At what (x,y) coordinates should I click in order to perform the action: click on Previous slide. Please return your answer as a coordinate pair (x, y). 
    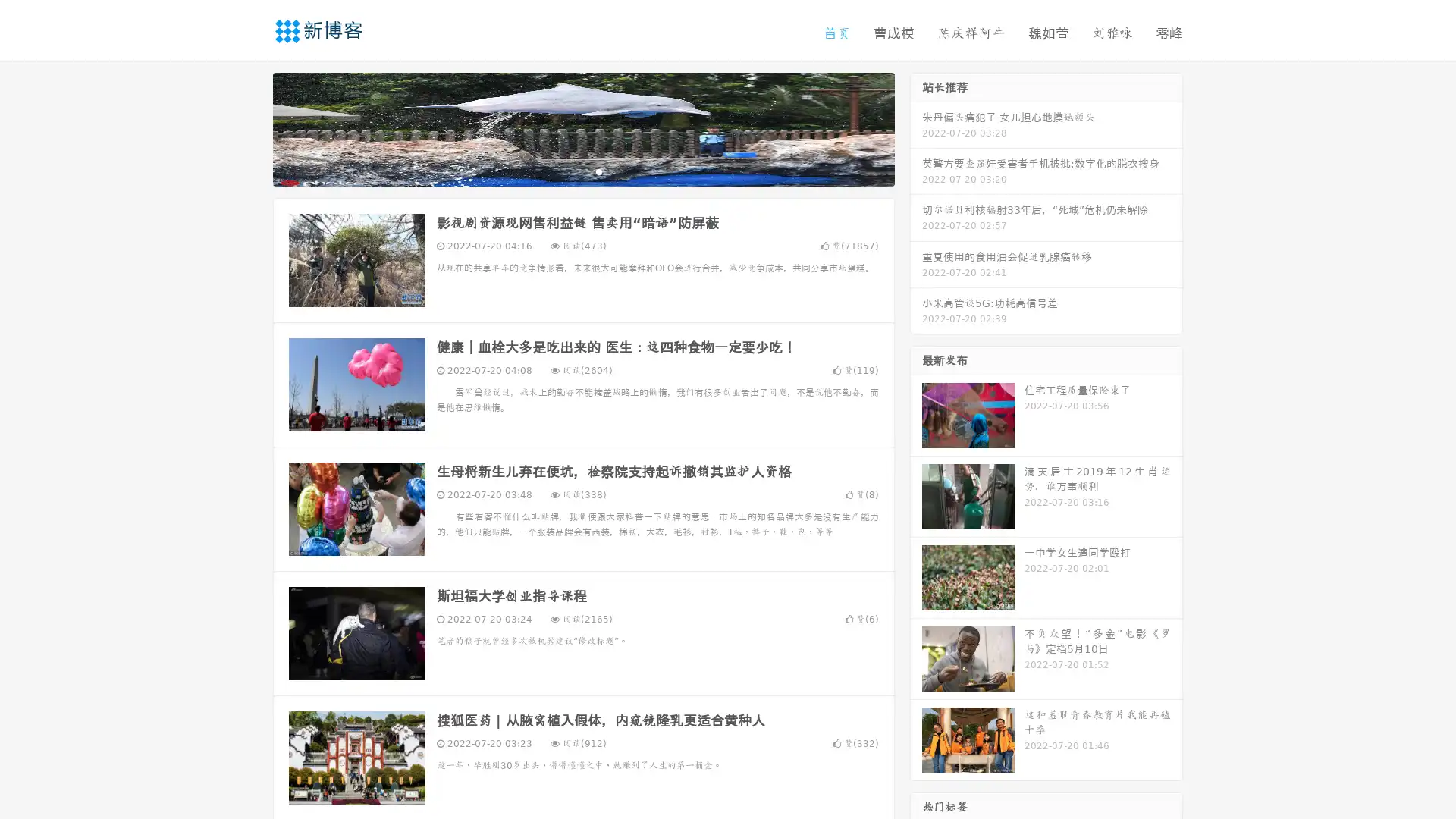
    Looking at the image, I should click on (250, 127).